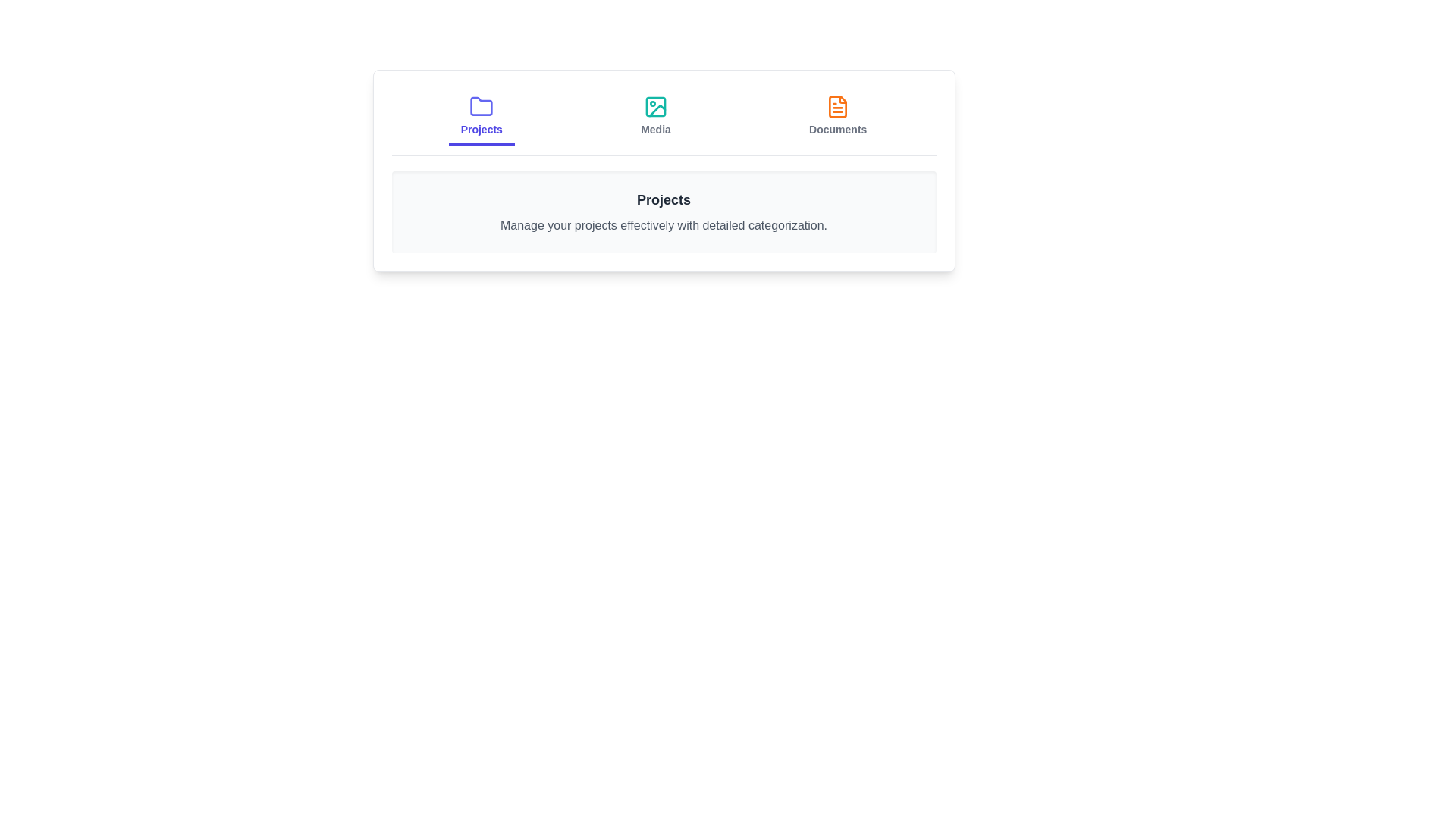 This screenshot has width=1456, height=819. I want to click on the Media tab by clicking on it, so click(655, 116).